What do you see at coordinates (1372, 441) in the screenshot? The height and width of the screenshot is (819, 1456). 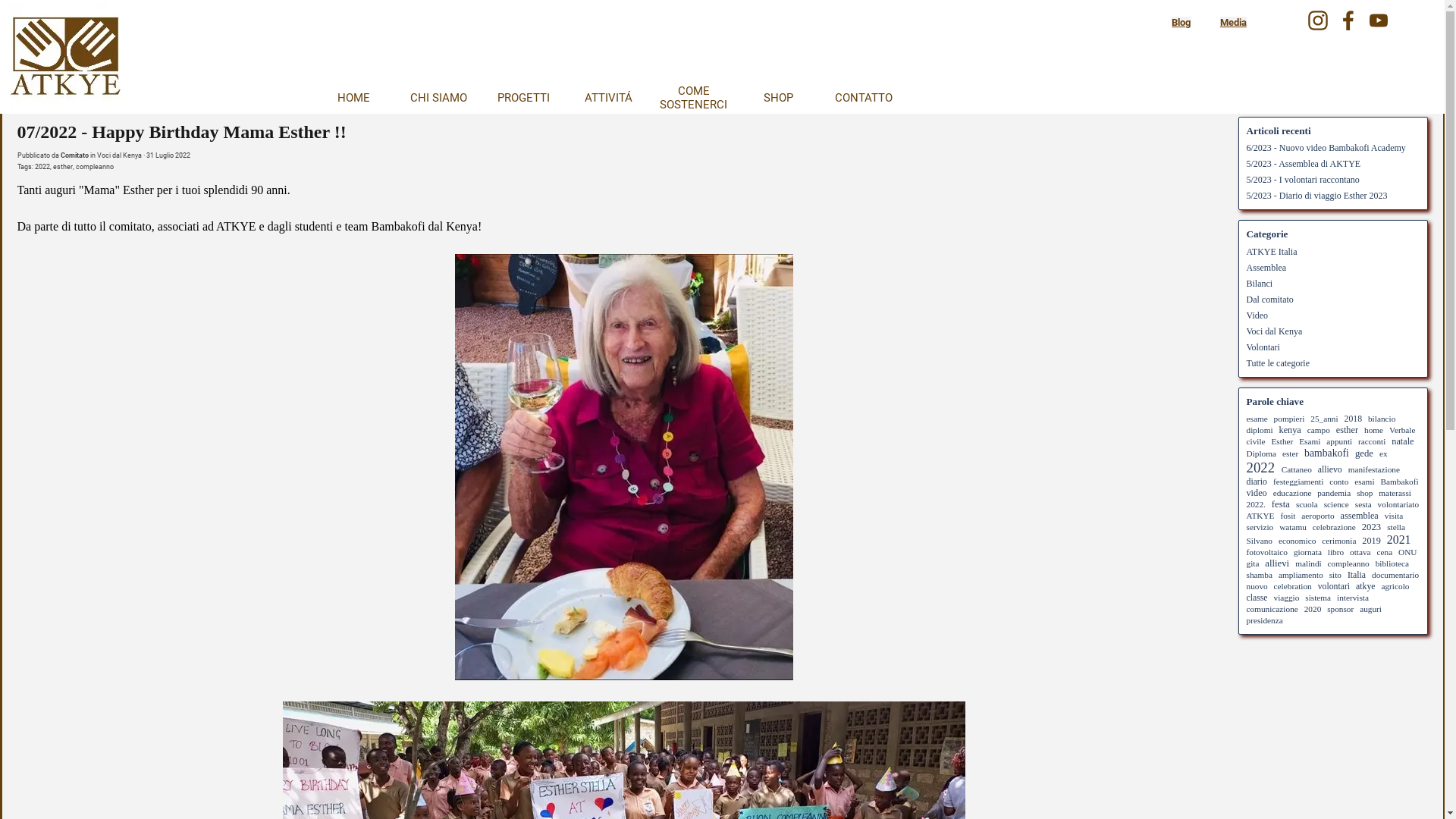 I see `'racconti'` at bounding box center [1372, 441].